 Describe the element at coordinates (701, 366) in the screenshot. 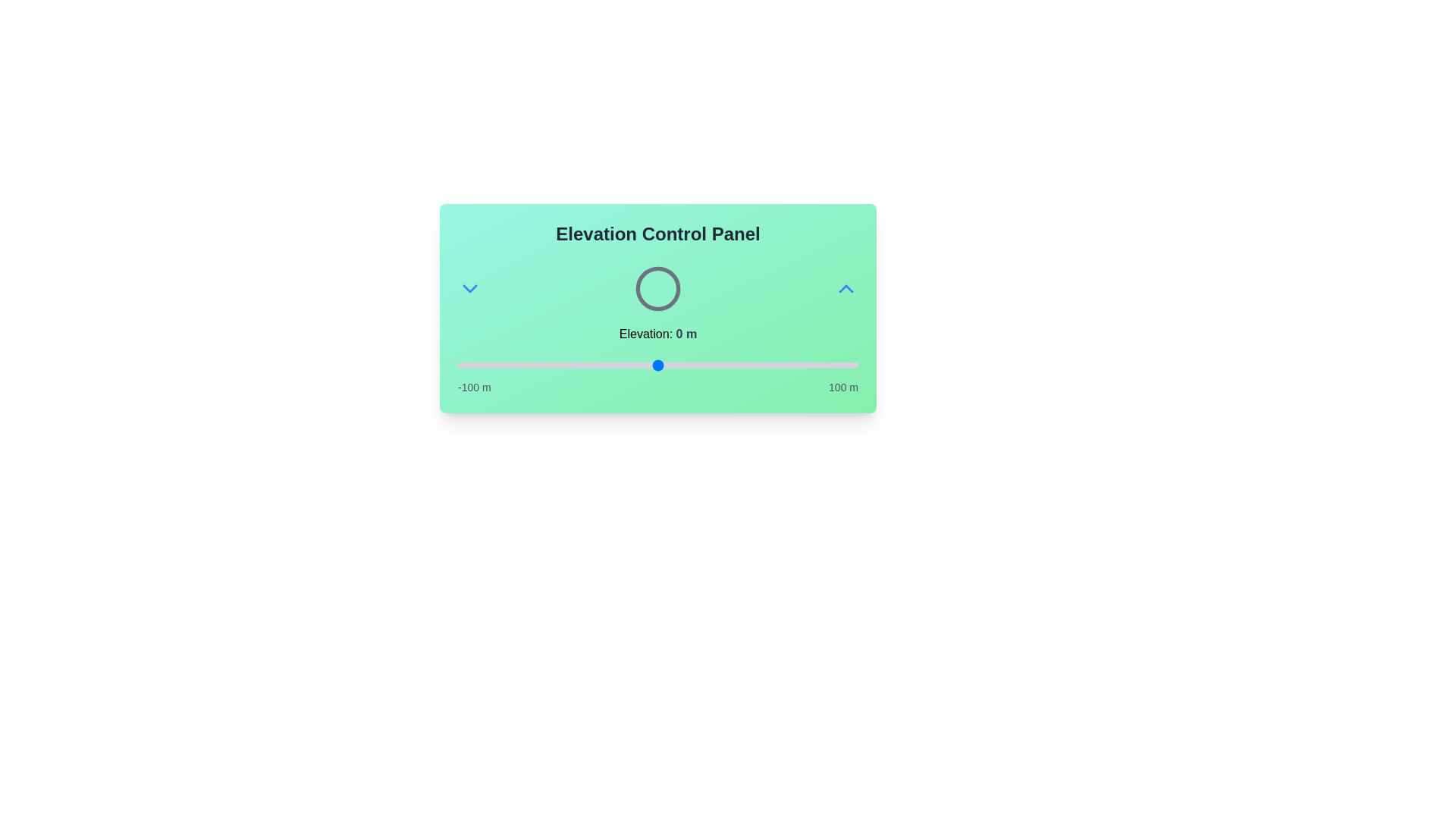

I see `the elevation to 22 meters using the slider` at that location.